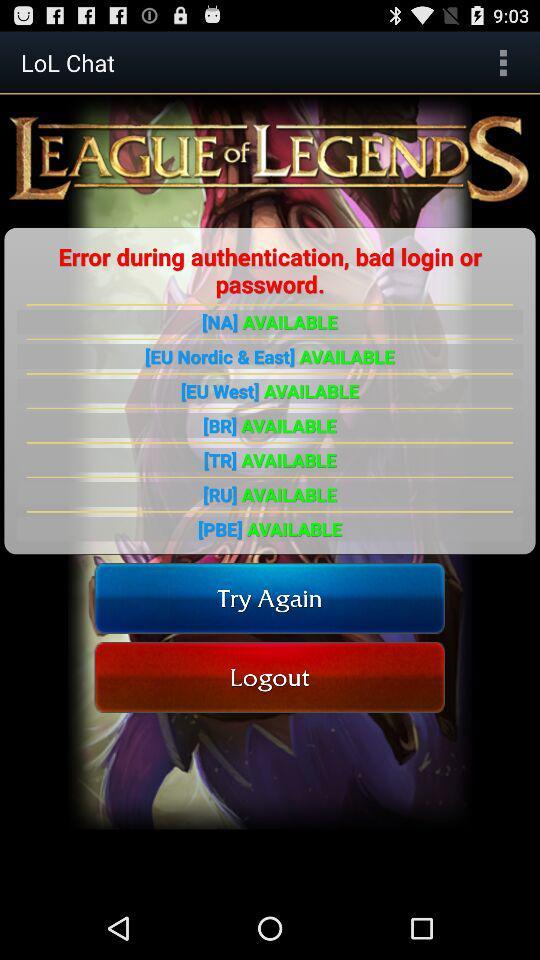 Image resolution: width=540 pixels, height=960 pixels. Describe the element at coordinates (269, 598) in the screenshot. I see `the item above logout button` at that location.